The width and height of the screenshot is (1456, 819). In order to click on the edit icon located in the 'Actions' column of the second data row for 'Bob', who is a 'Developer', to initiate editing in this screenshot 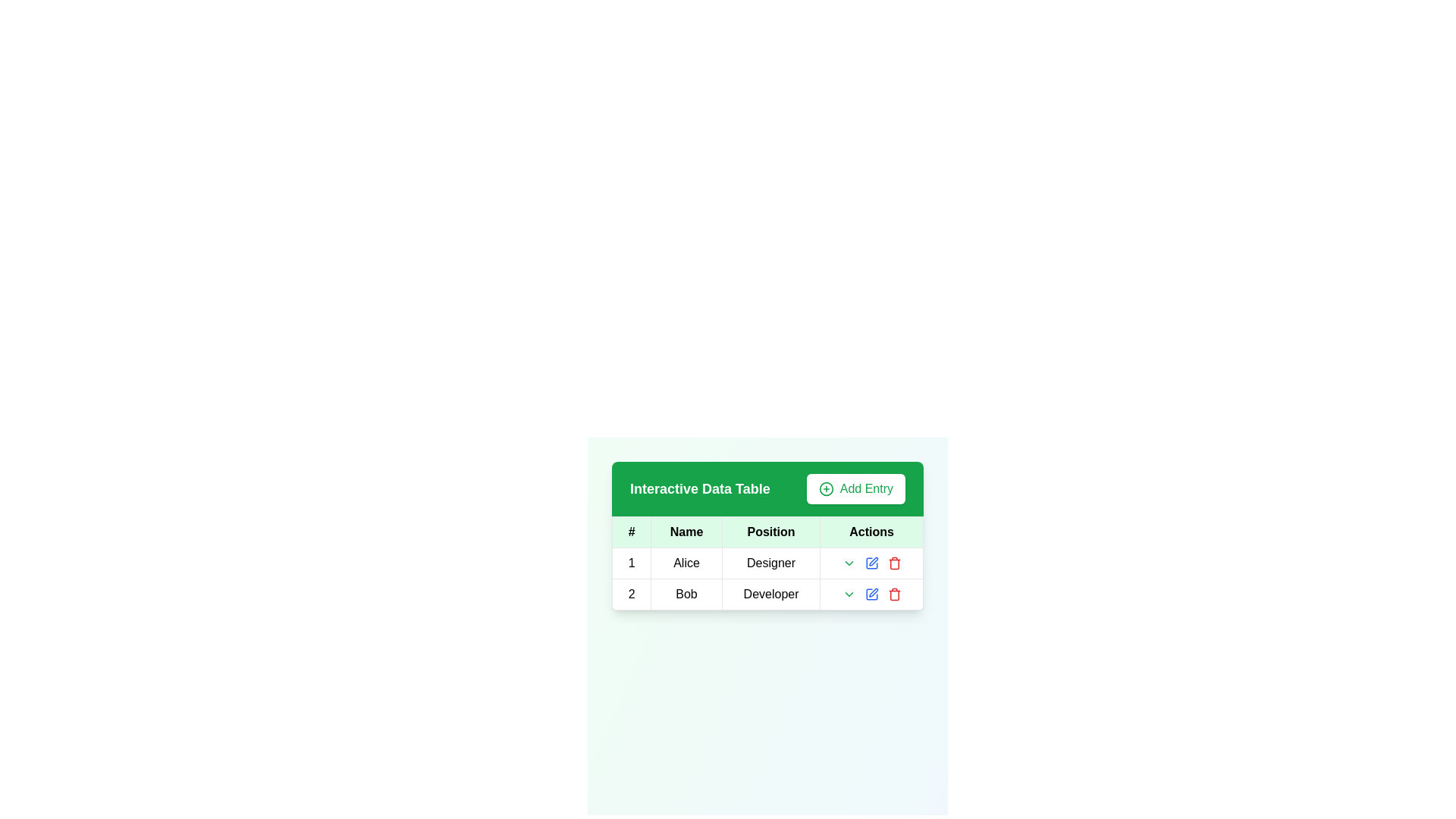, I will do `click(871, 593)`.